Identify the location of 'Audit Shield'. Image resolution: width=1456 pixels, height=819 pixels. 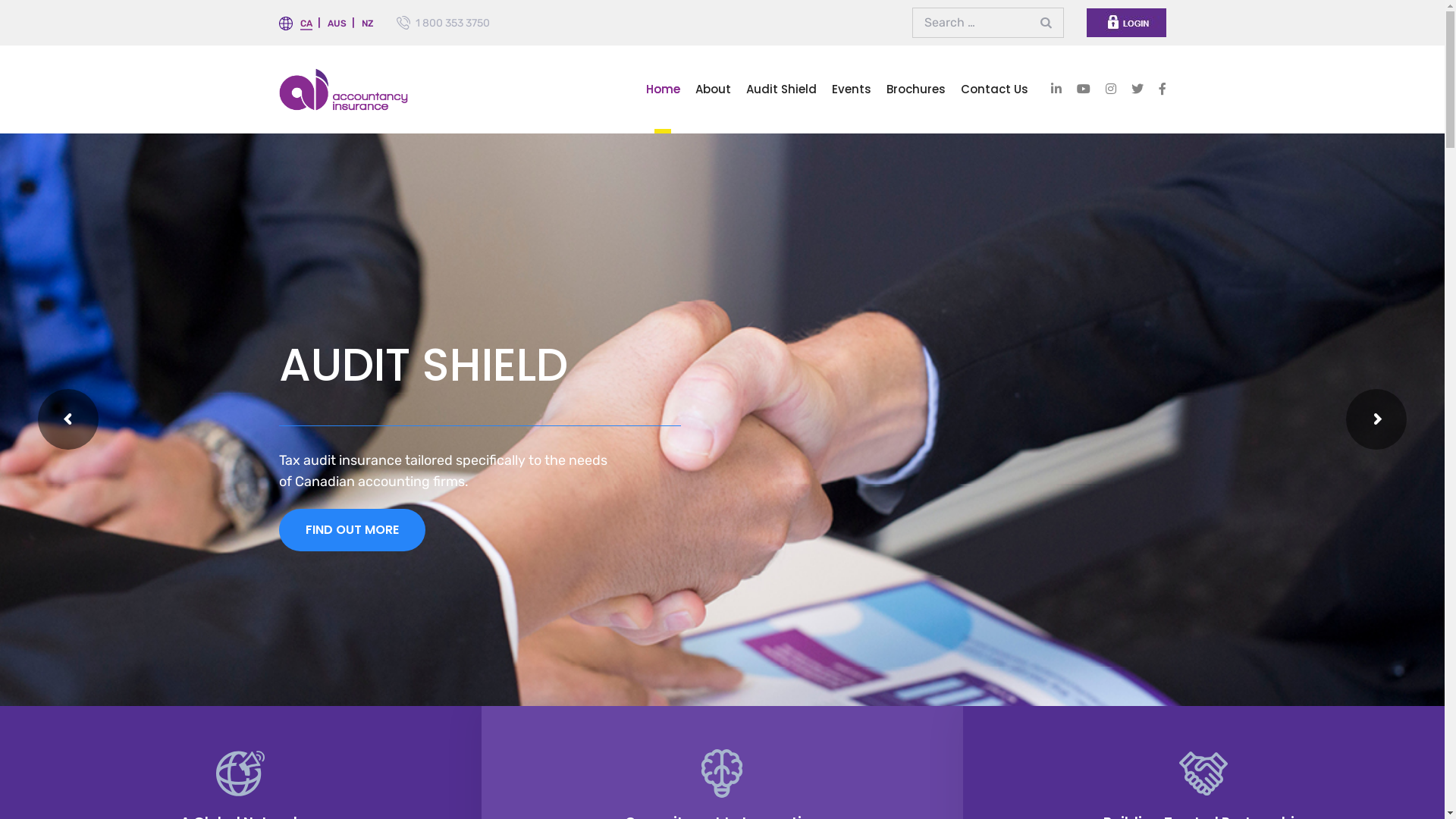
(781, 89).